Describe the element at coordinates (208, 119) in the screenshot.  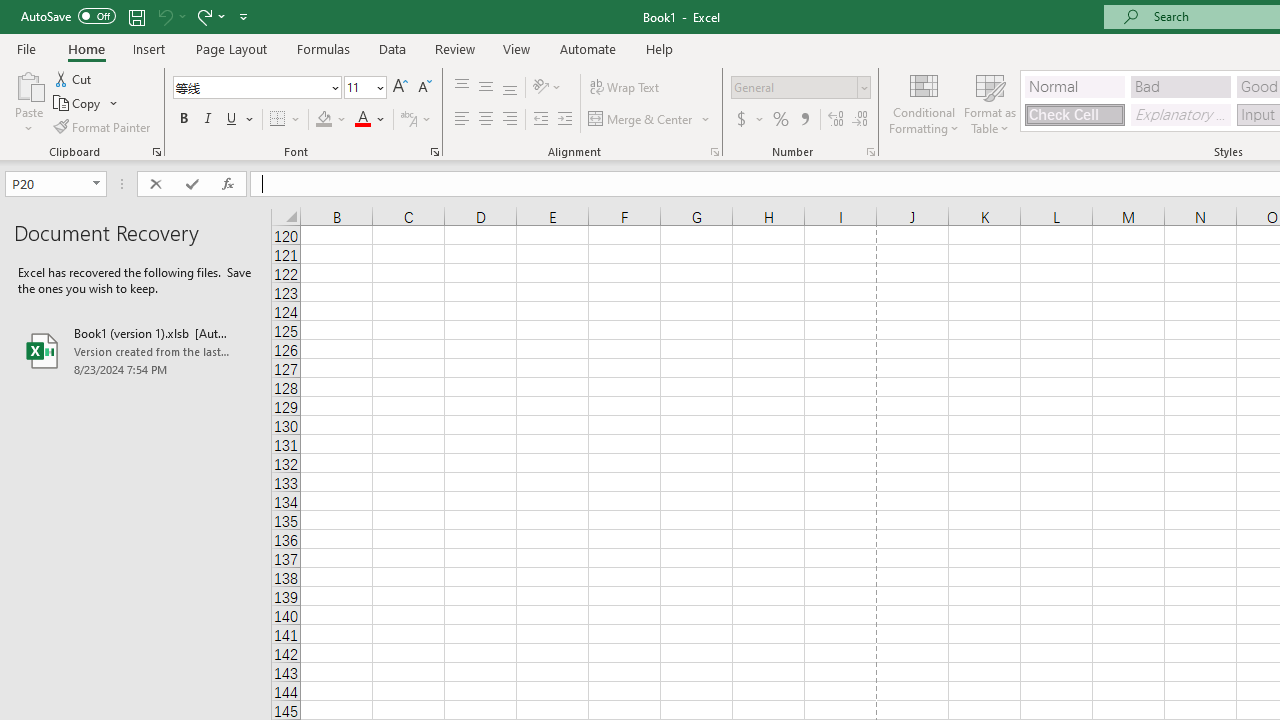
I see `'Italic'` at that location.